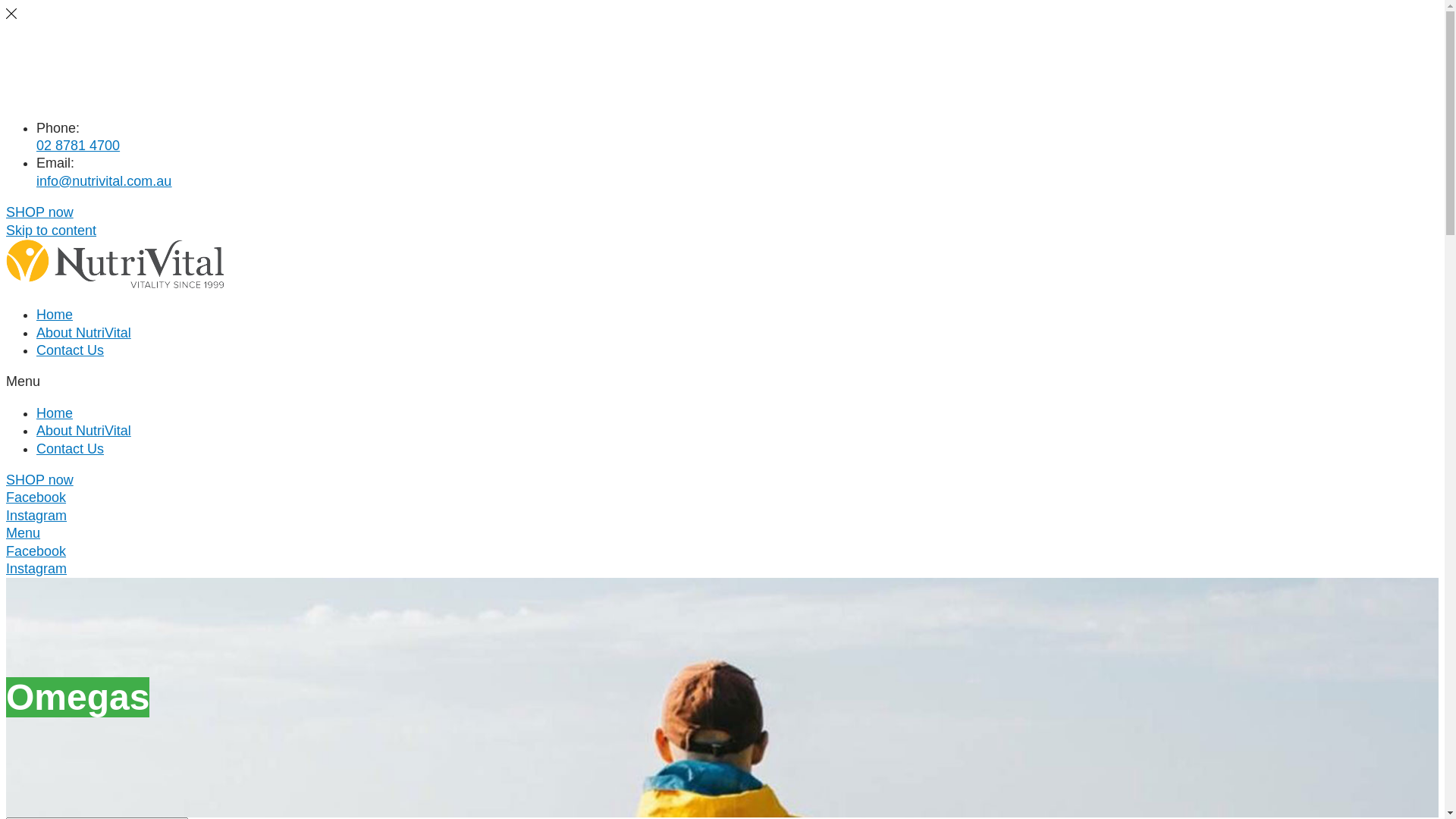 The height and width of the screenshot is (819, 1456). Describe the element at coordinates (6, 568) in the screenshot. I see `'Instagram'` at that location.